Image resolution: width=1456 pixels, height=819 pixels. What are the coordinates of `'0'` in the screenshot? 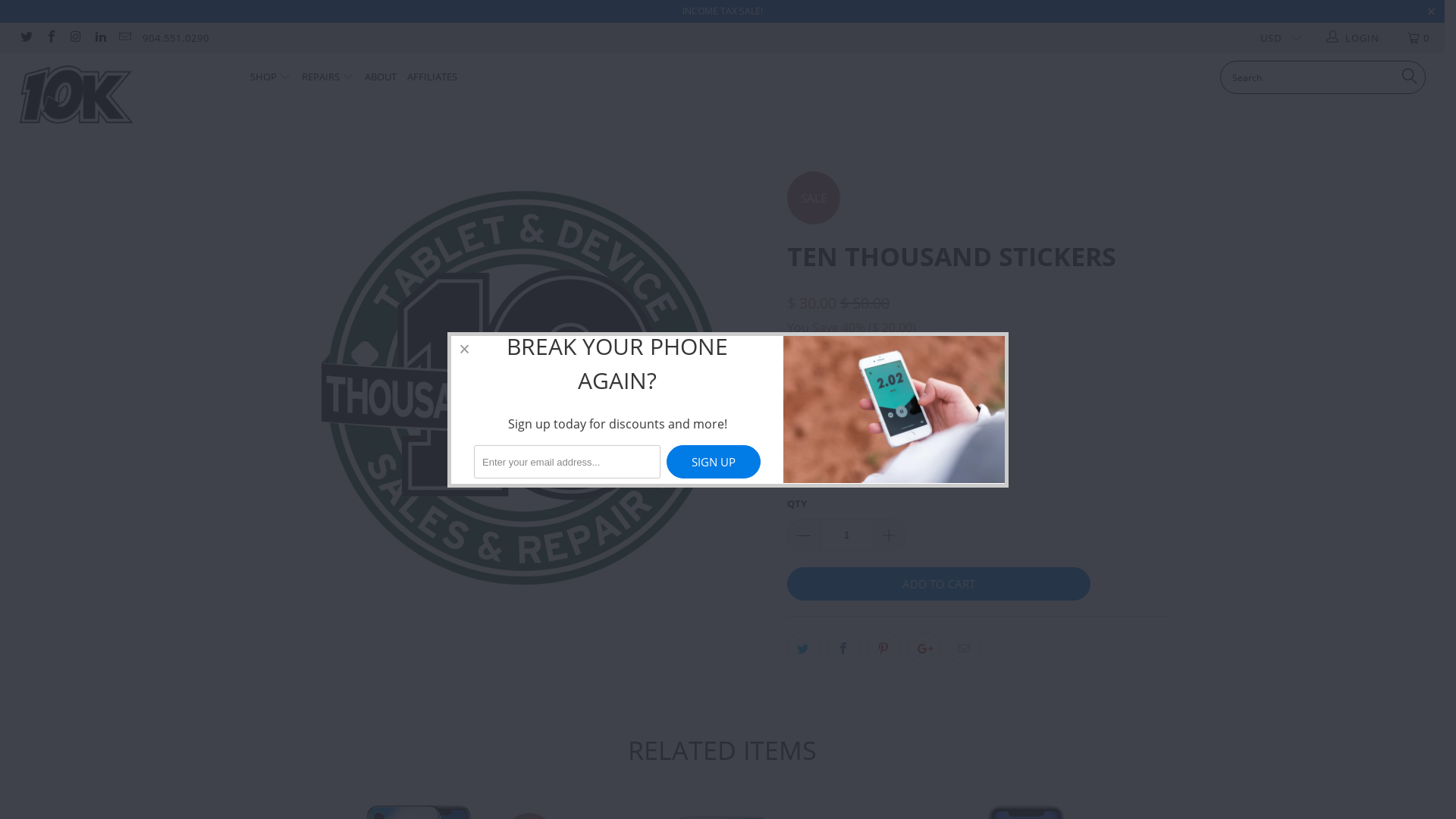 It's located at (1394, 37).